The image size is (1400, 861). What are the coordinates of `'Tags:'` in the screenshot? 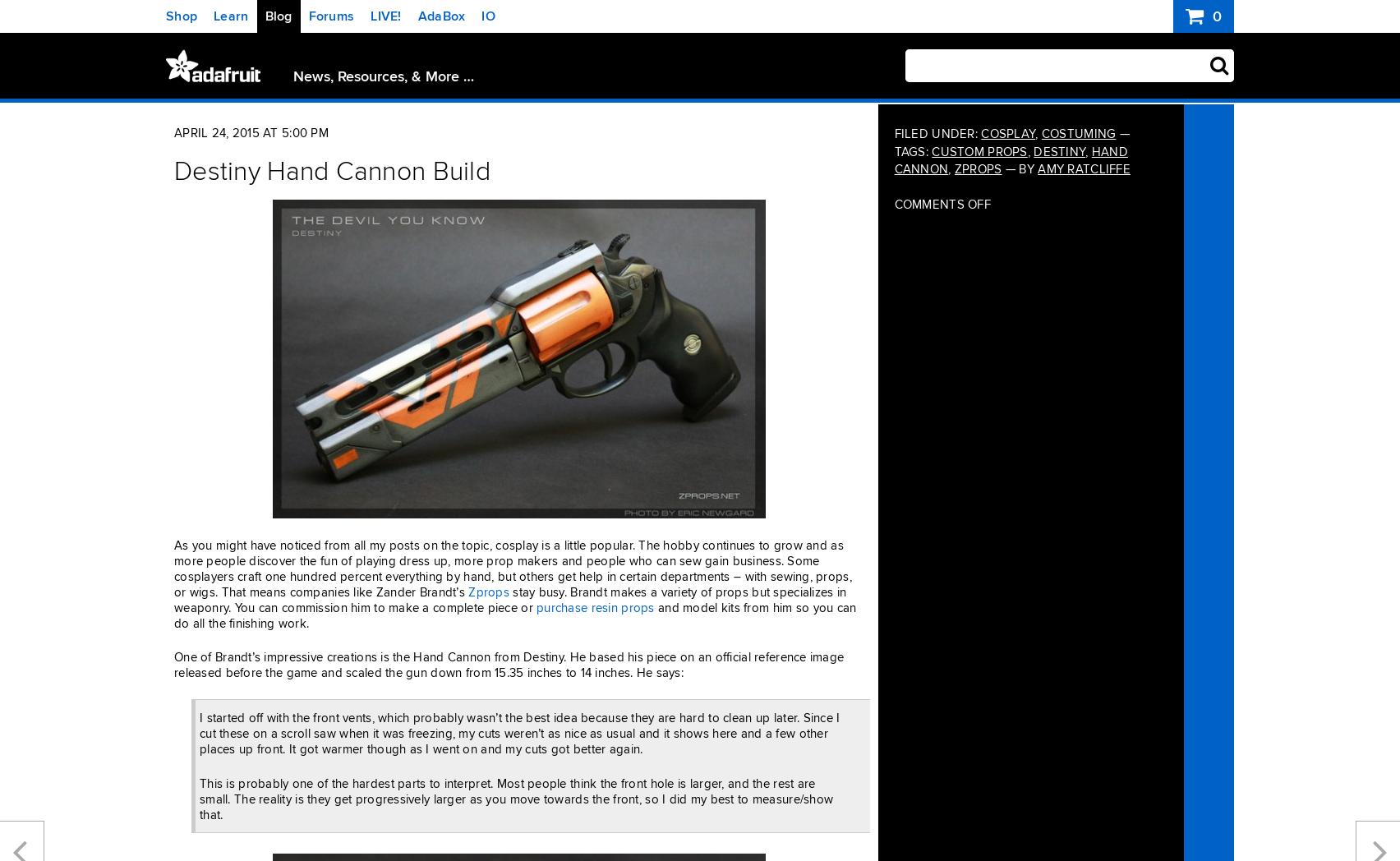 It's located at (912, 150).